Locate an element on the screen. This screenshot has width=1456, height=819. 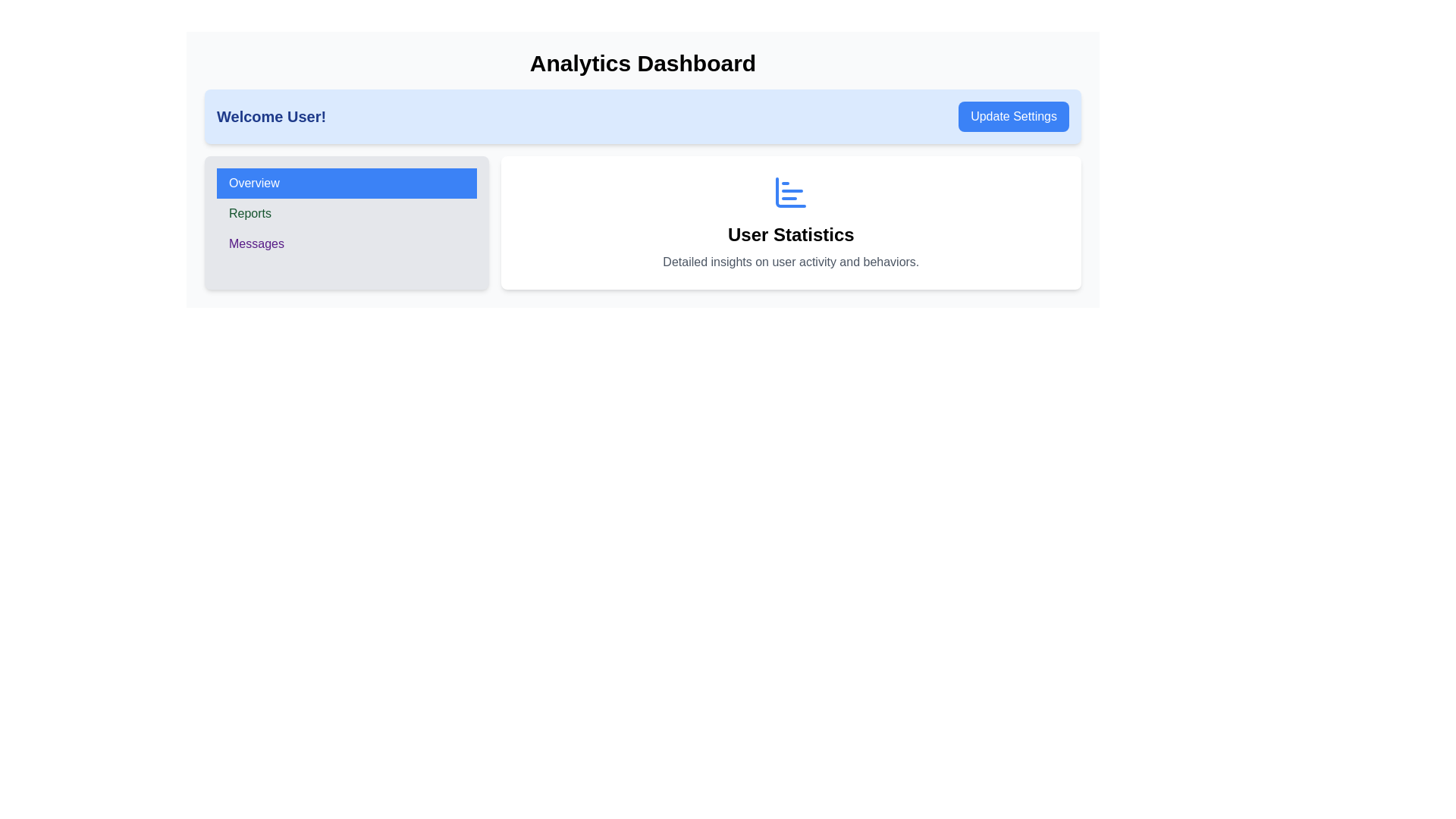
the informational panel located in the second column of the grid layout under the 'Welcome User!' header is located at coordinates (790, 222).